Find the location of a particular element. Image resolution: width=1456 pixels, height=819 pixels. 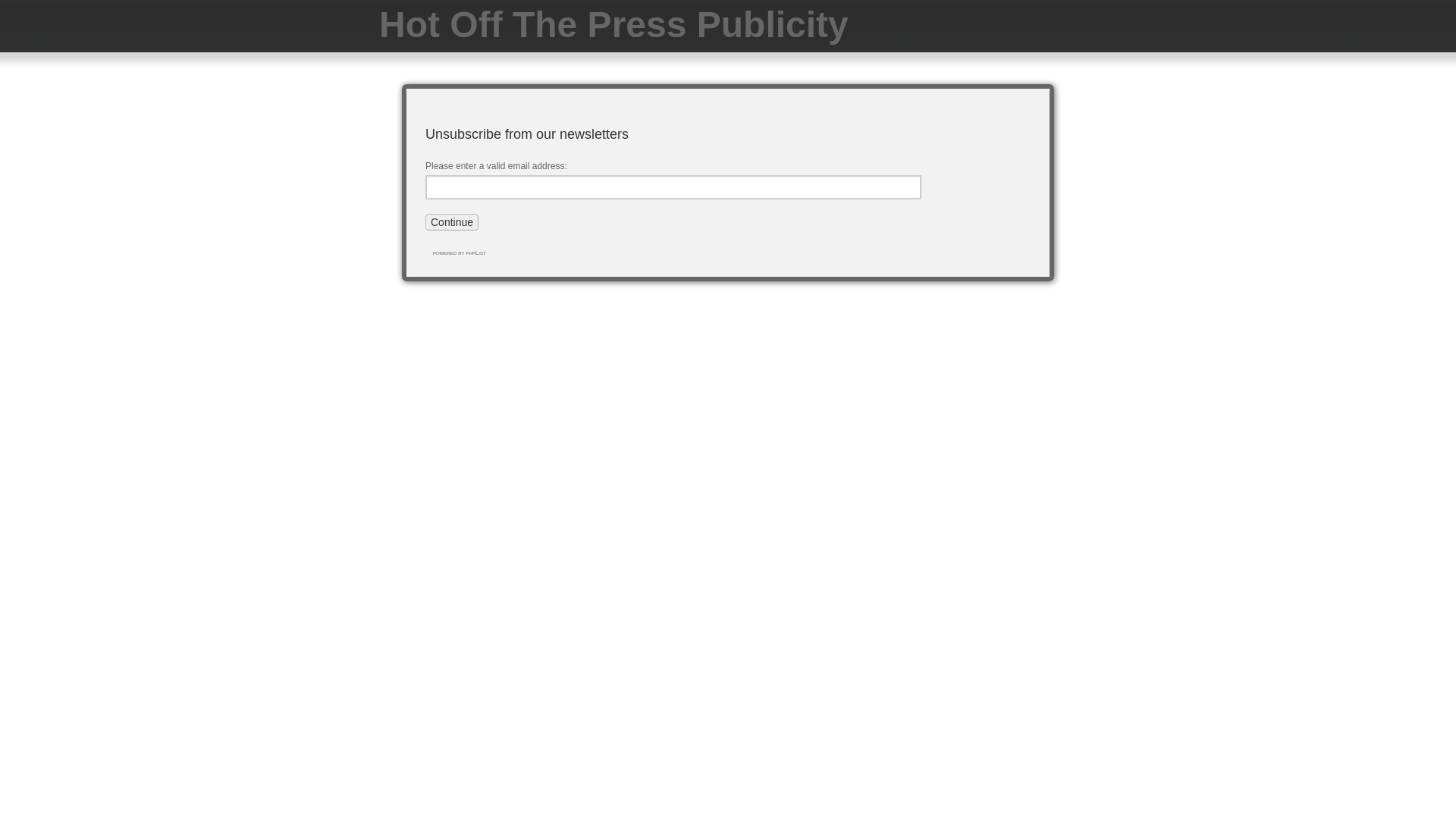

'phpList' is located at coordinates (475, 252).